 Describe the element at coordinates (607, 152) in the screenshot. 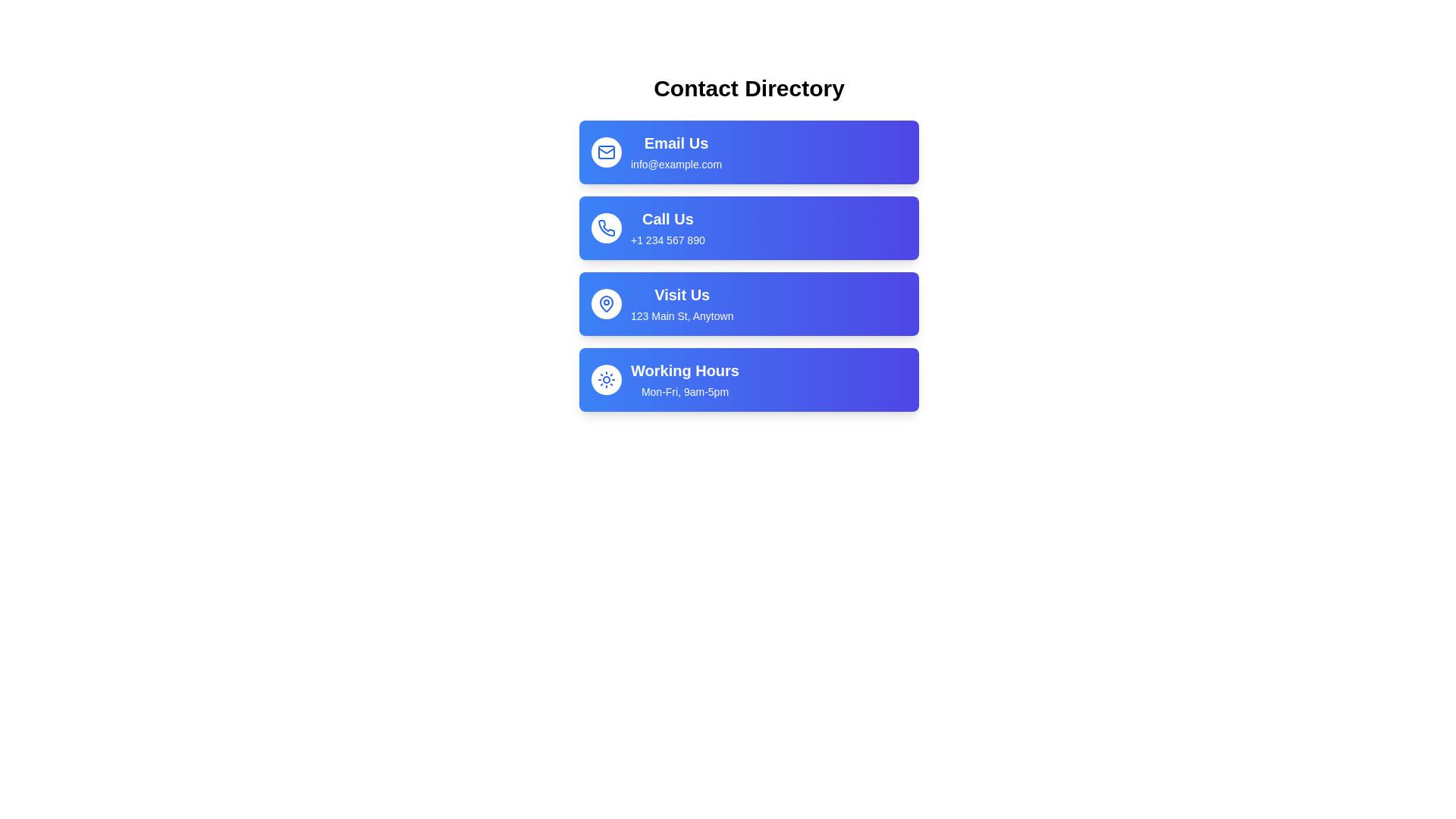

I see `the email contact icon located to the left of the text 'Email Us' and 'info@example.com' within the first card of the contact options list` at that location.